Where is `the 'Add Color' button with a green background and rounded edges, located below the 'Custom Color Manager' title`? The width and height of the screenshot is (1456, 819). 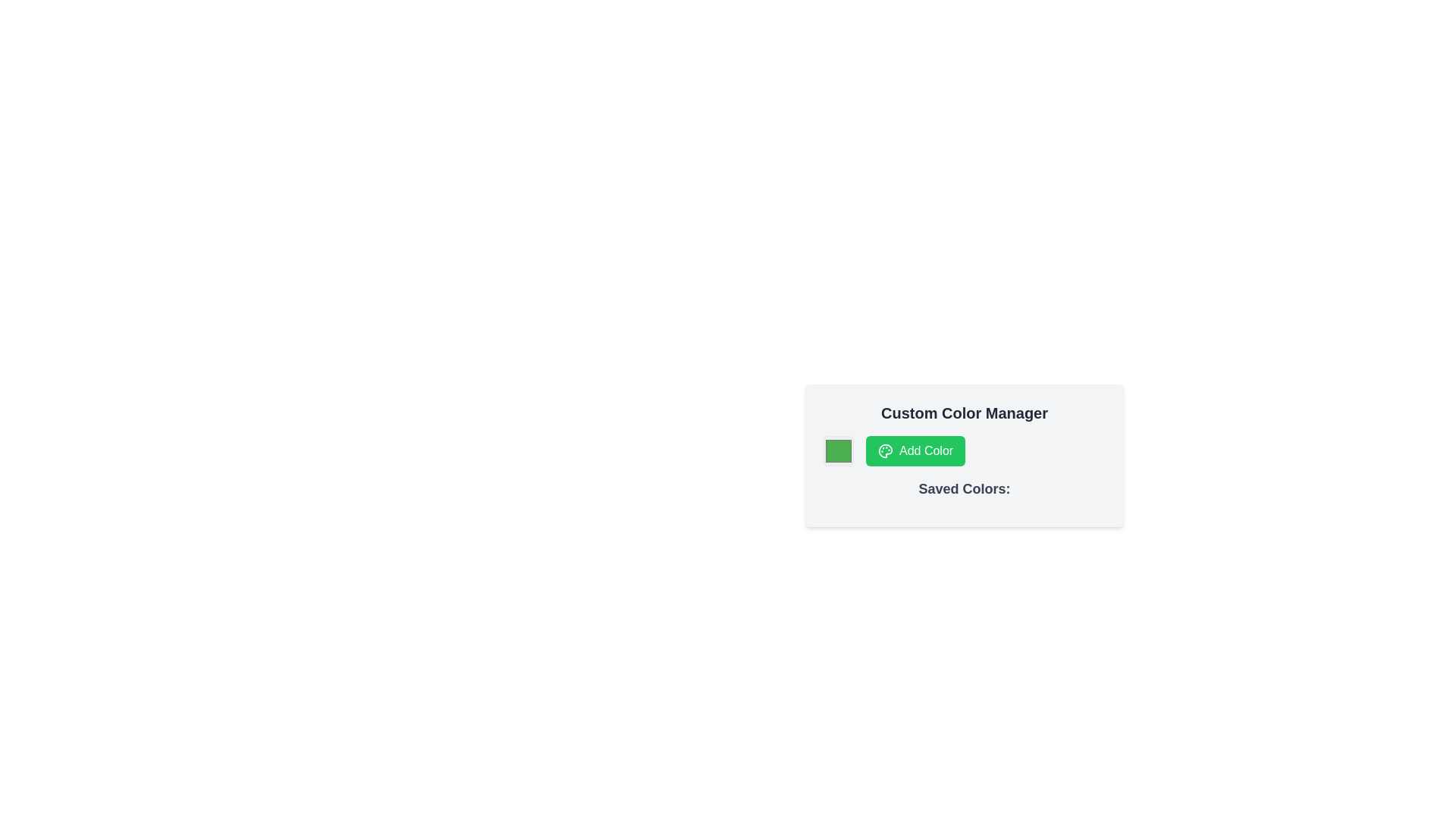 the 'Add Color' button with a green background and rounded edges, located below the 'Custom Color Manager' title is located at coordinates (964, 455).